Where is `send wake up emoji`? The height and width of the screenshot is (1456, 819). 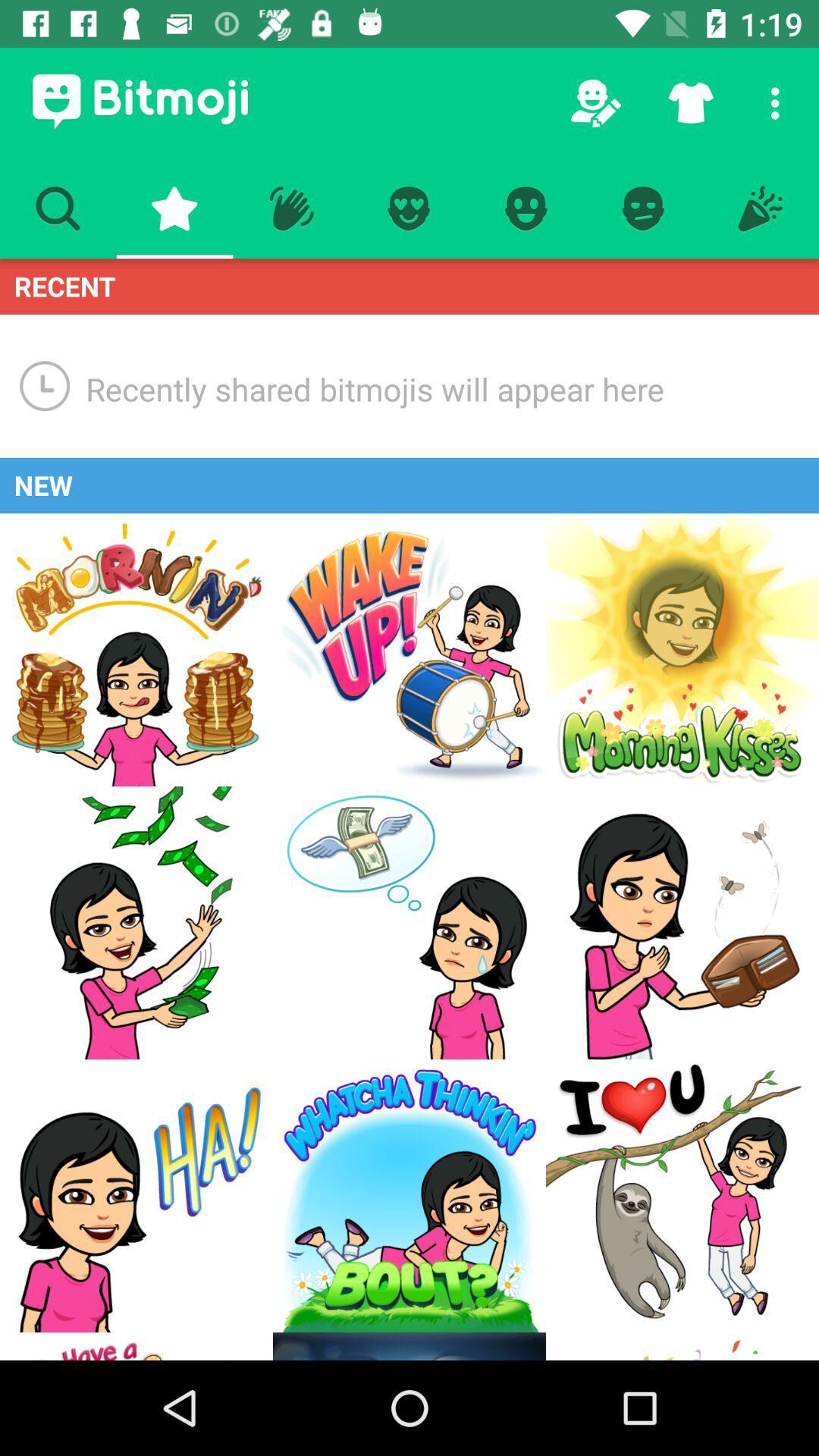
send wake up emoji is located at coordinates (409, 650).